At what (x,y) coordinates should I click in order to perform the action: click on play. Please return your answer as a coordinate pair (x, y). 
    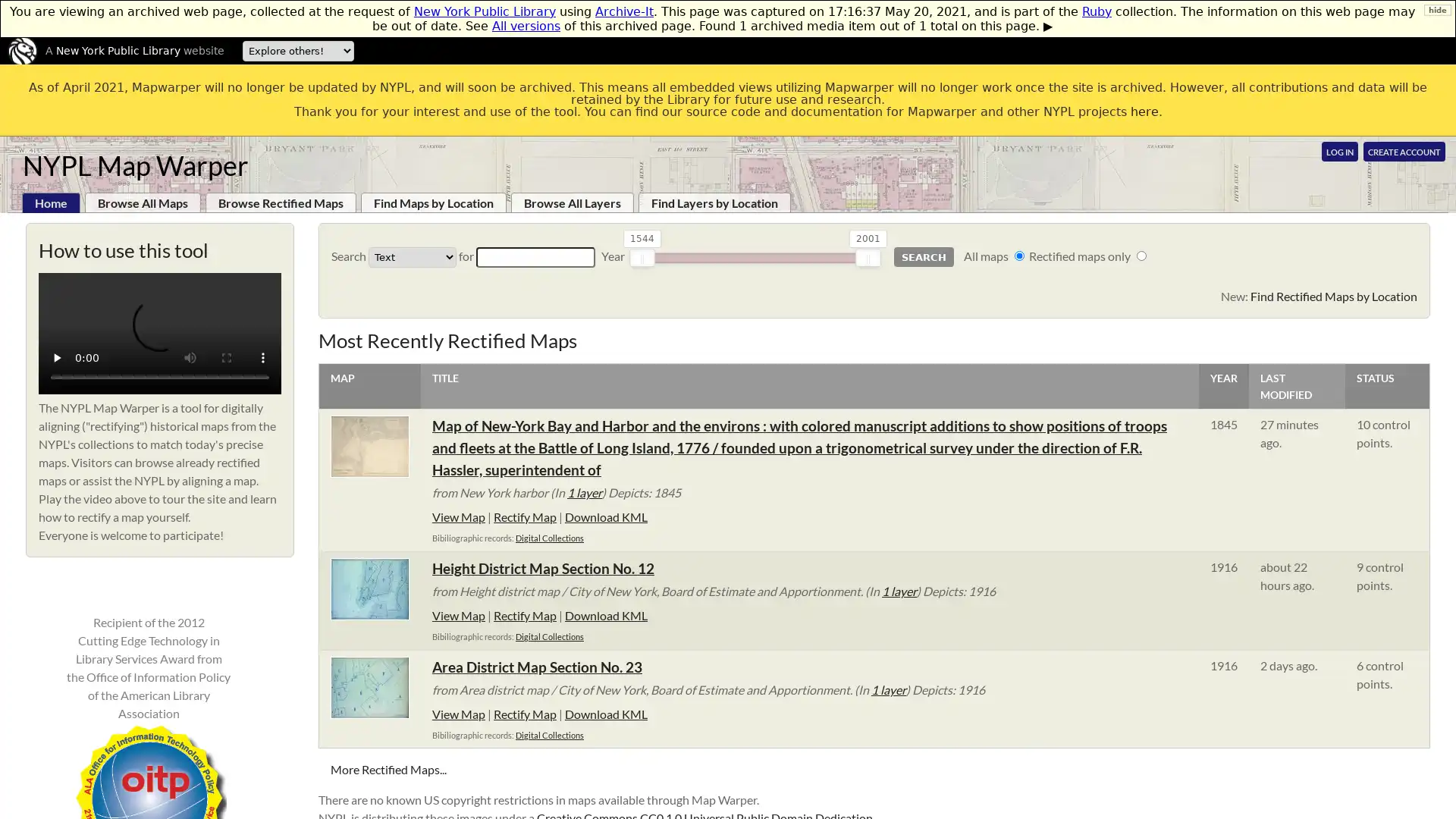
    Looking at the image, I should click on (57, 357).